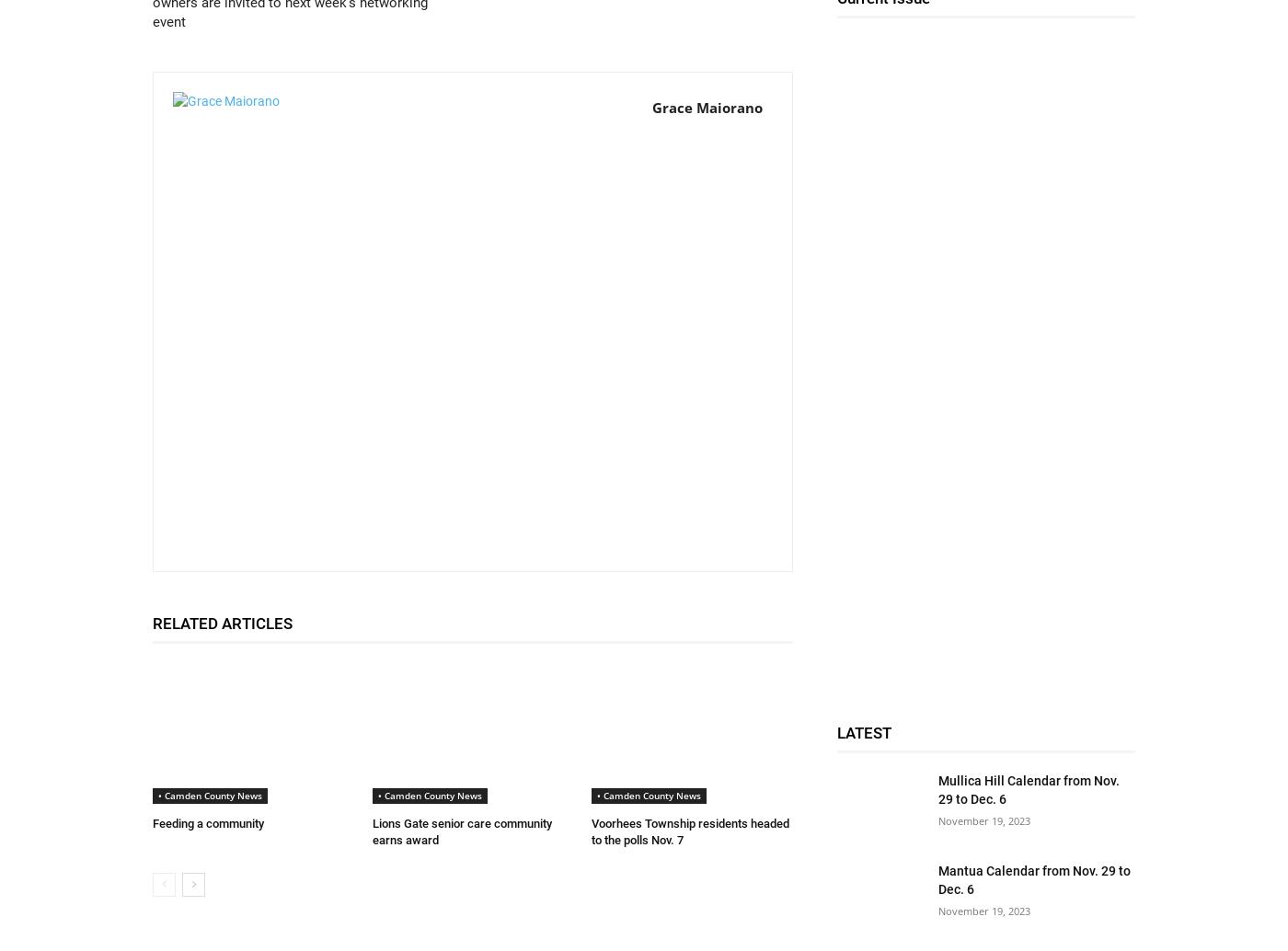  I want to click on 'Feeding a community', so click(153, 822).